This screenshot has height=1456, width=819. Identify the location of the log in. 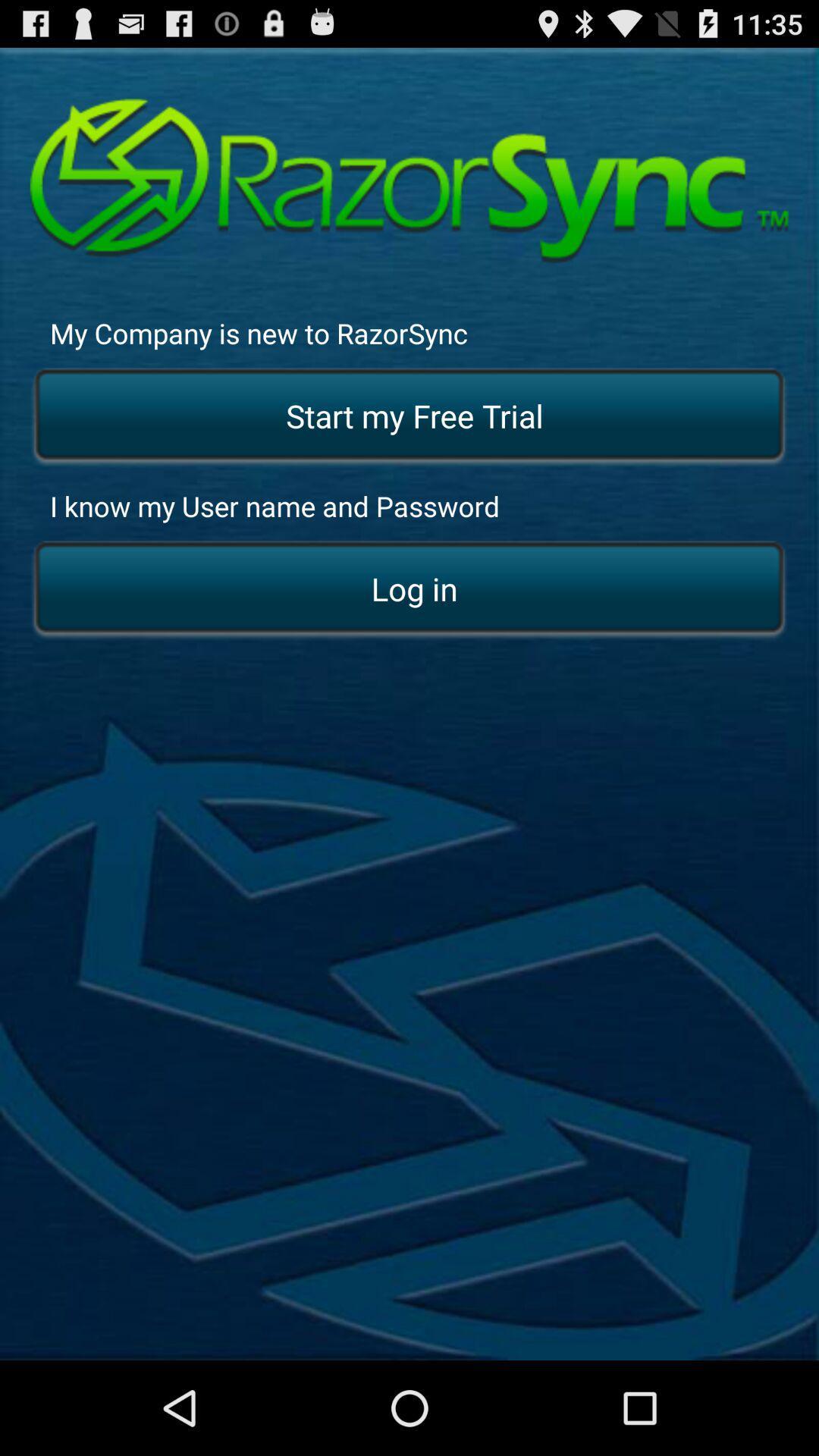
(409, 589).